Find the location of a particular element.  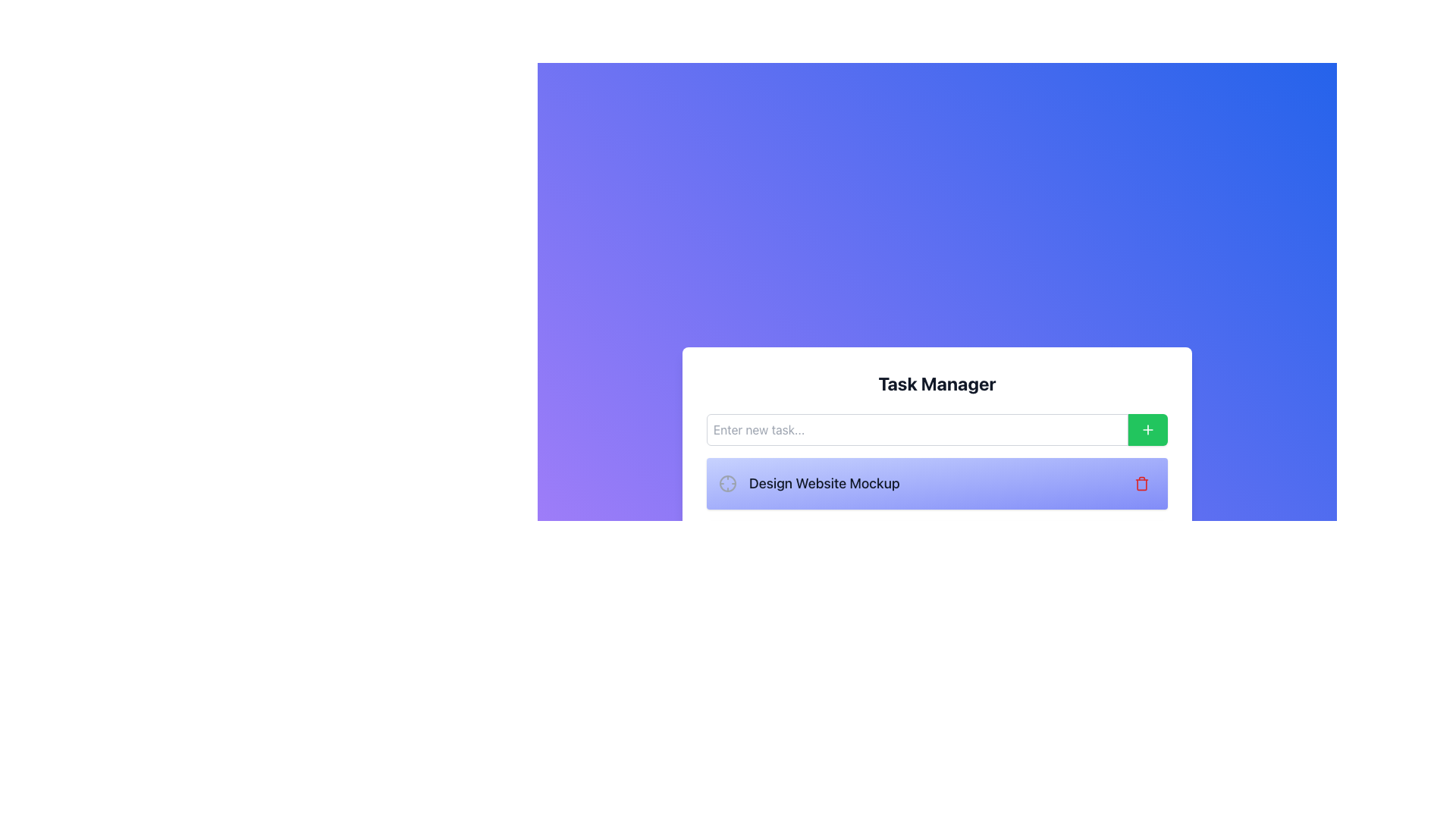

the first task in the Task List, labeled 'Design Website Mockup' is located at coordinates (937, 514).